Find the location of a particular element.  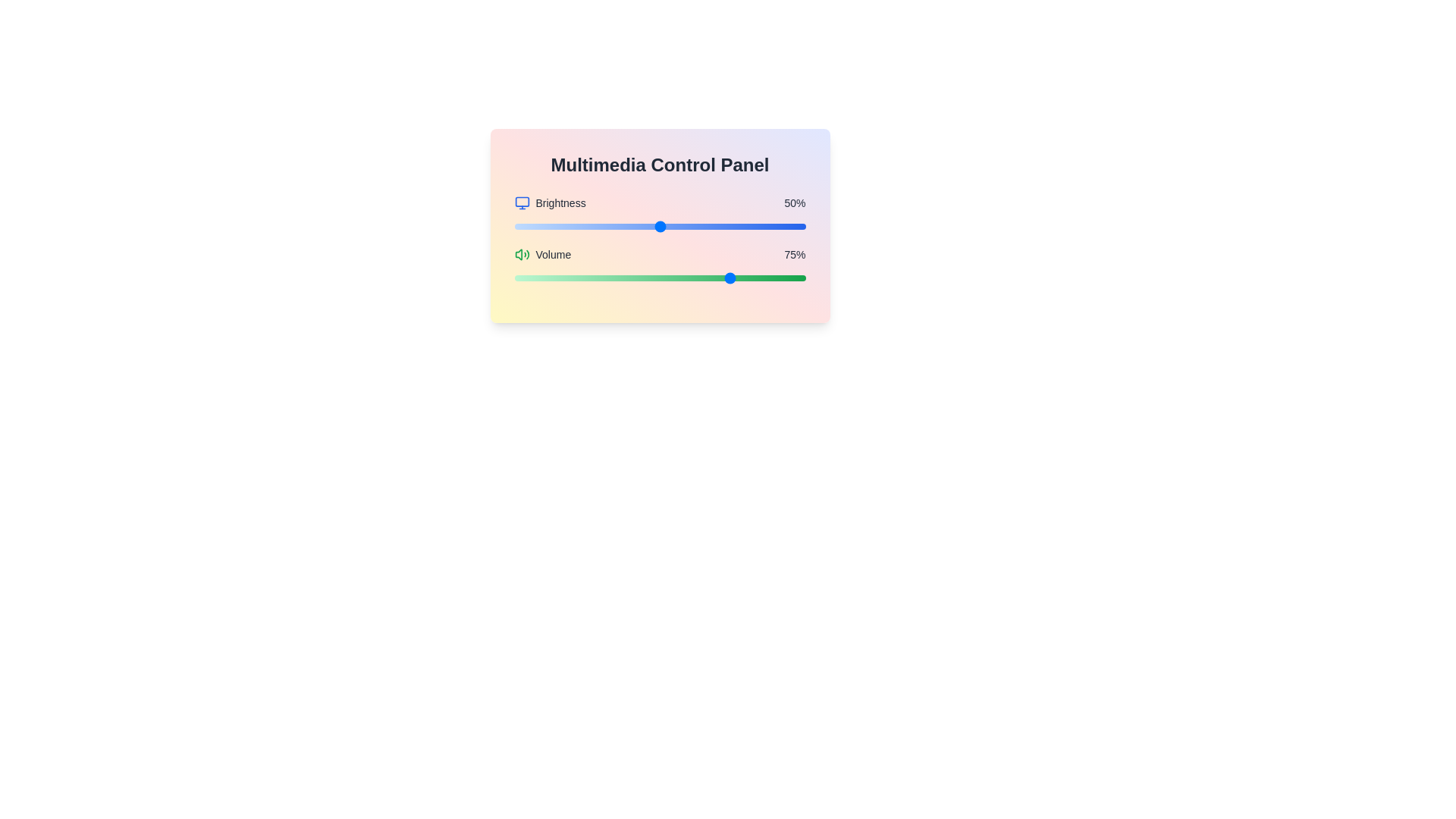

the brightness slider to set the brightness to 57% is located at coordinates (679, 227).